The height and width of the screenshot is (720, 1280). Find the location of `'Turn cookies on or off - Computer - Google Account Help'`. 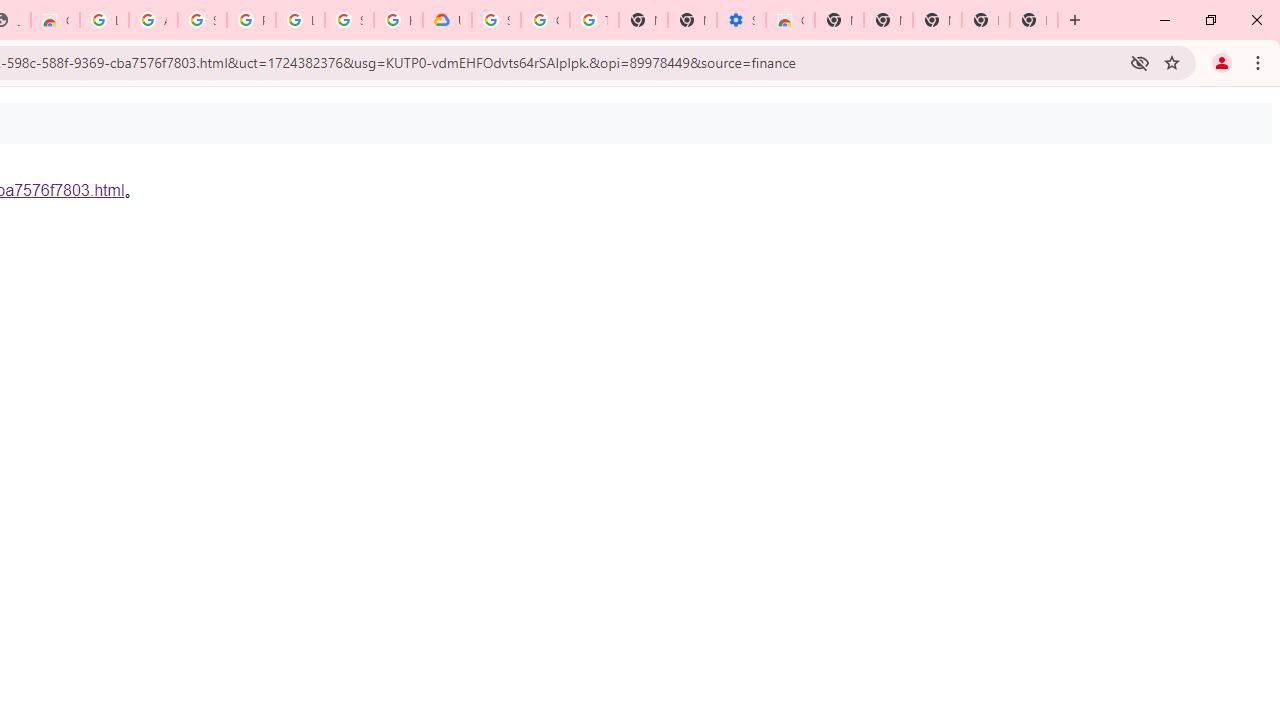

'Turn cookies on or off - Computer - Google Account Help' is located at coordinates (593, 20).